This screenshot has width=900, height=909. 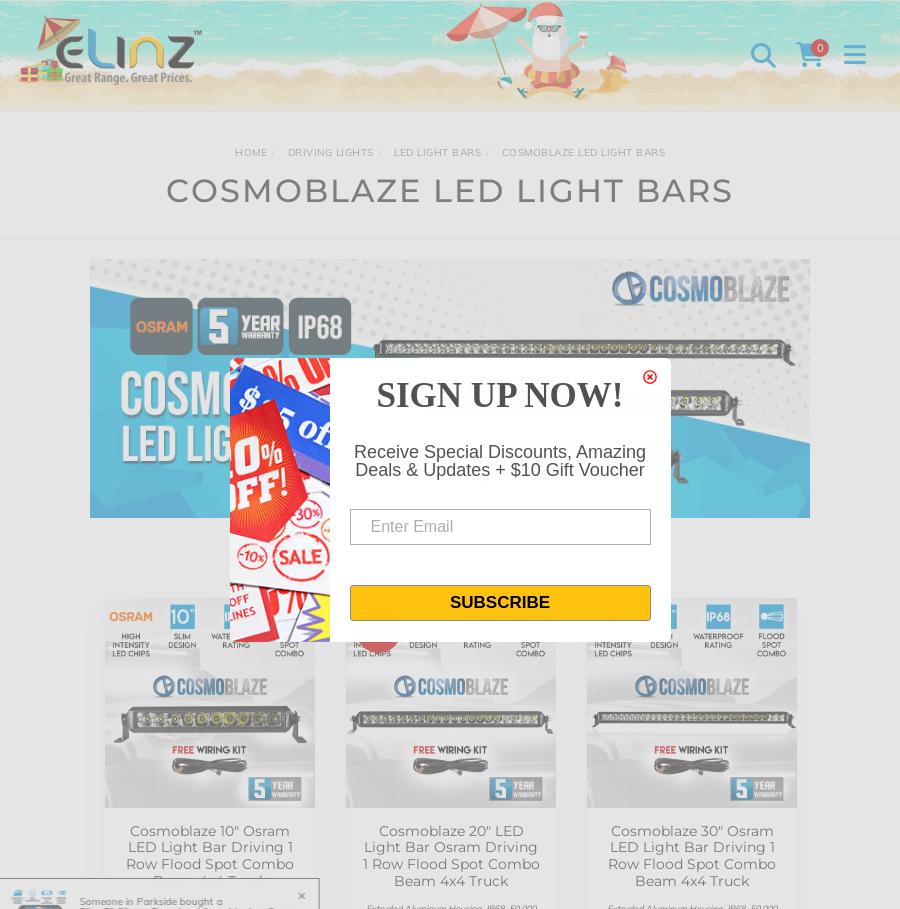 I want to click on 'Home', so click(x=250, y=151).